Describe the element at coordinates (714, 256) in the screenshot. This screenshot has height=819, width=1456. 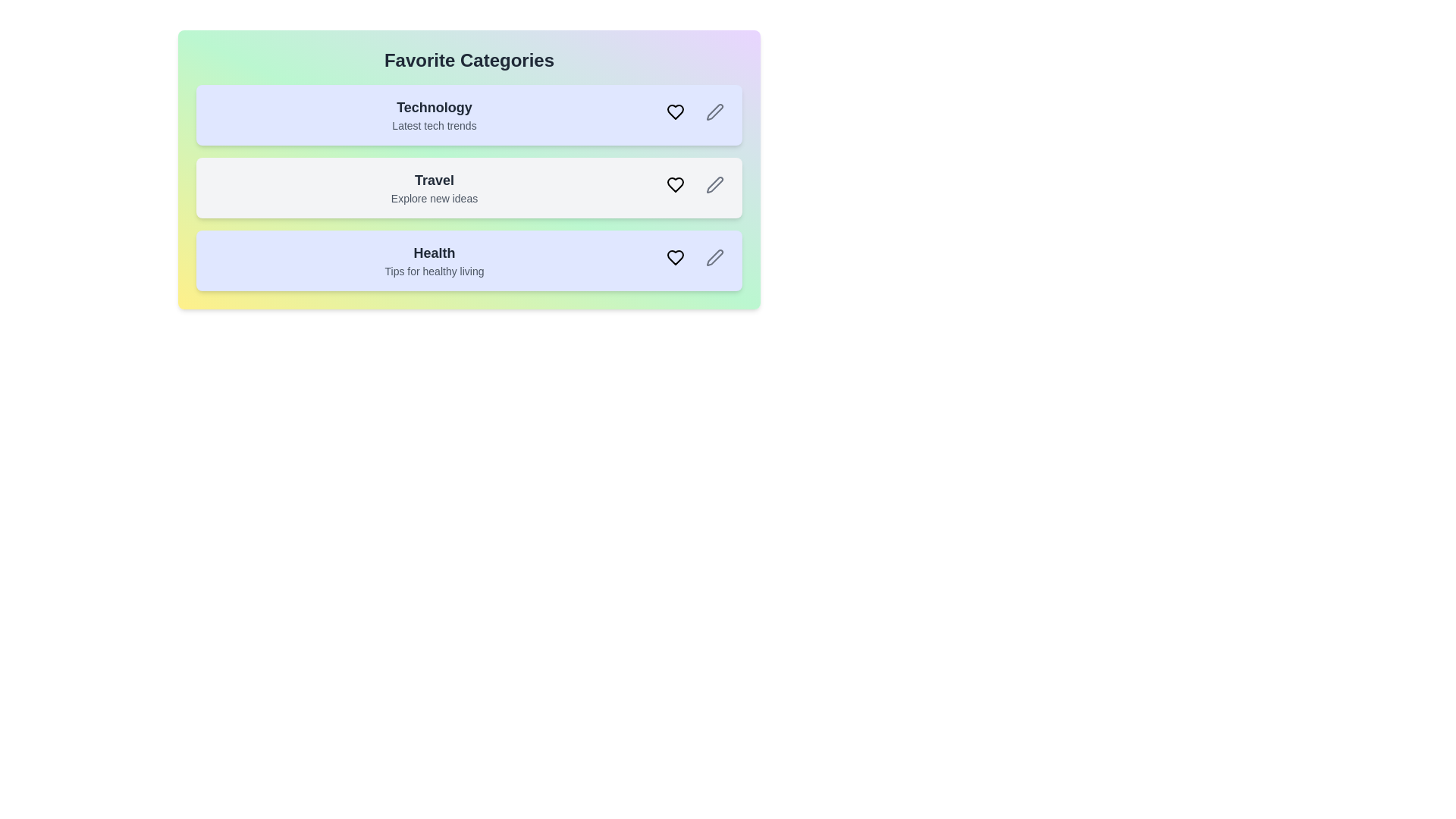
I see `the edit button for the category Health` at that location.